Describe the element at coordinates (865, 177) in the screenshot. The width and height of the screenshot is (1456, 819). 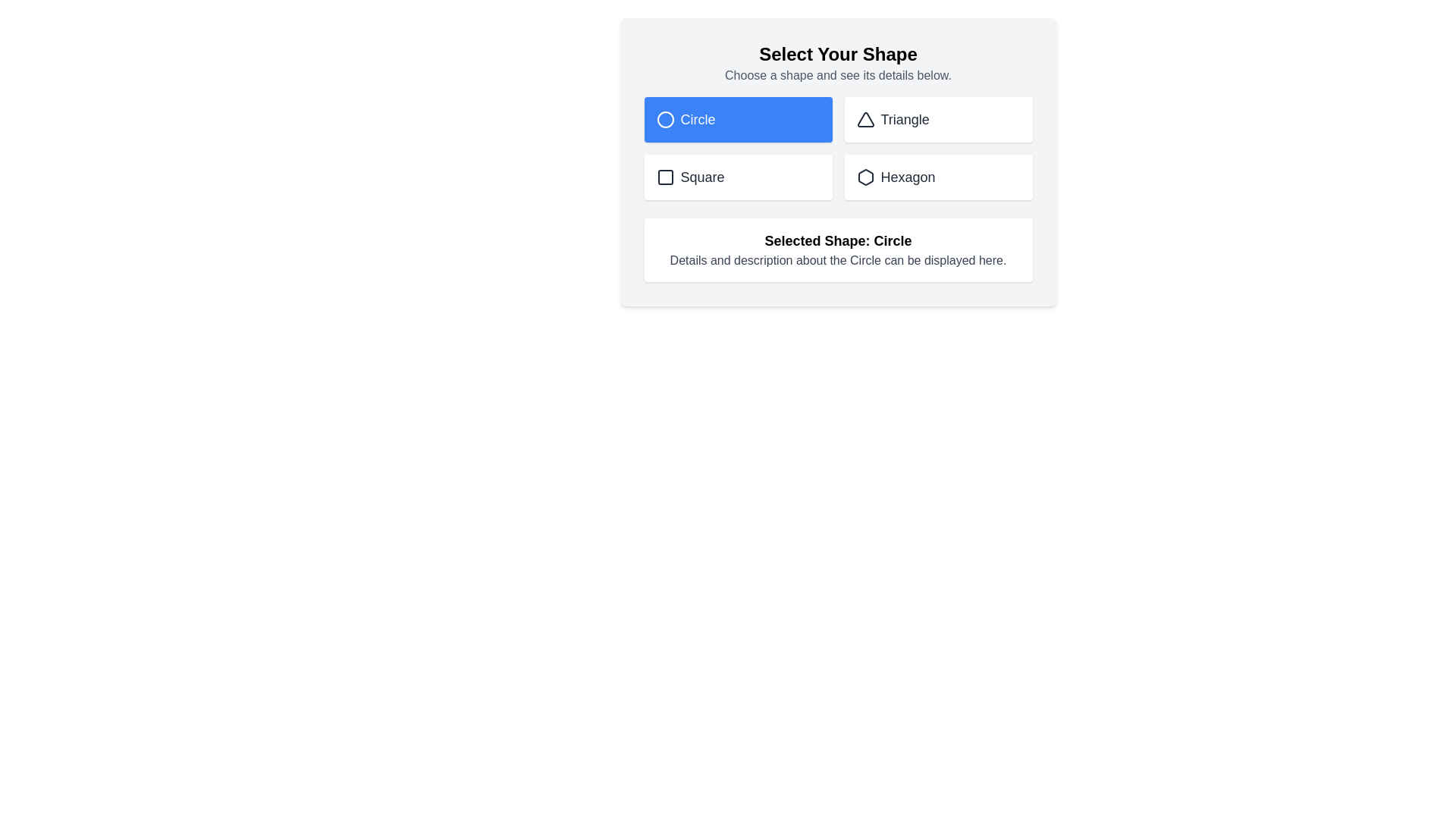
I see `the hexagonal outline icon located adjacent to the 'Hexagon' label text in the bottom-right group of the shape selection area` at that location.